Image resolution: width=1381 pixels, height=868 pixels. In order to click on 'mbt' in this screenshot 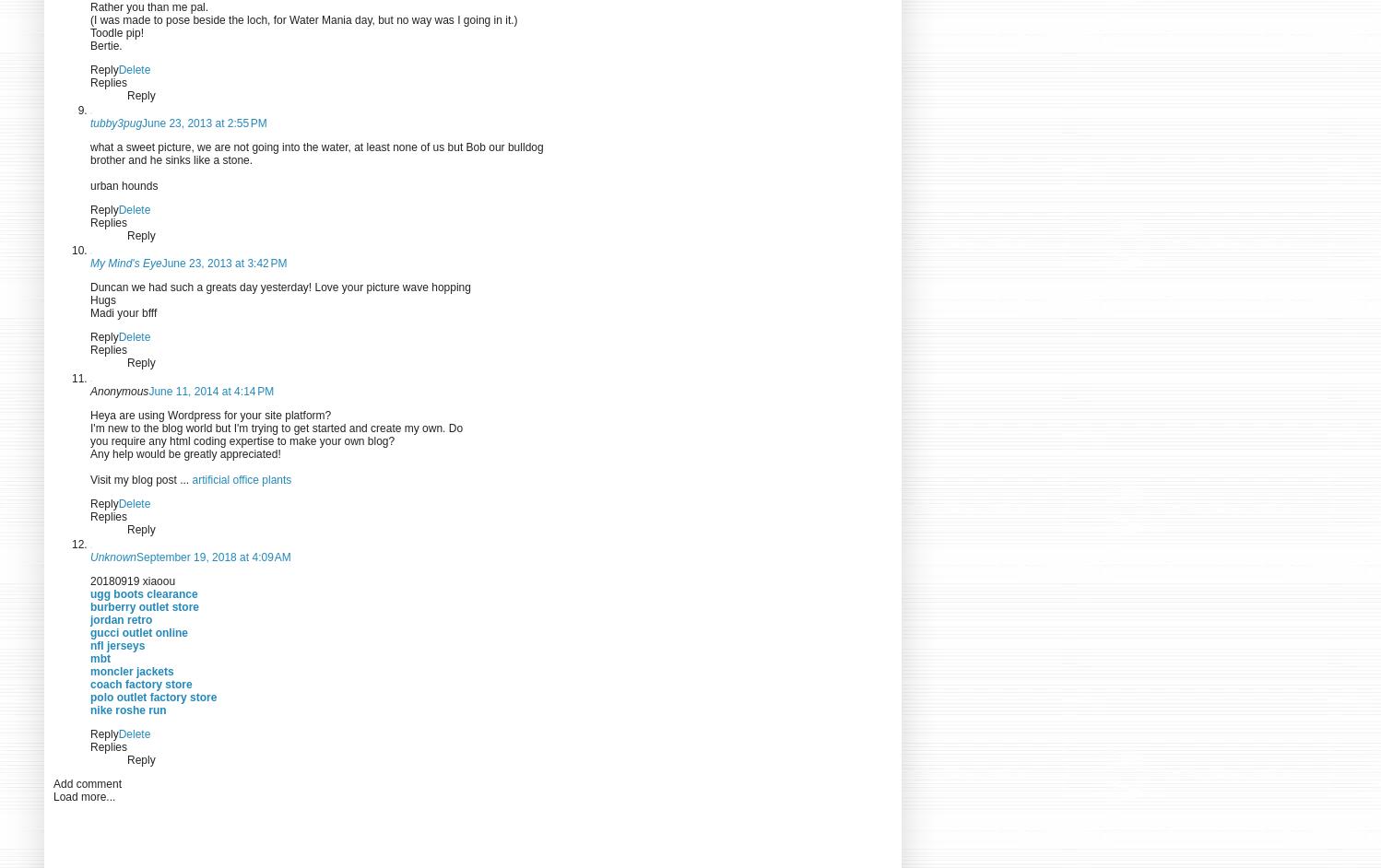, I will do `click(100, 657)`.